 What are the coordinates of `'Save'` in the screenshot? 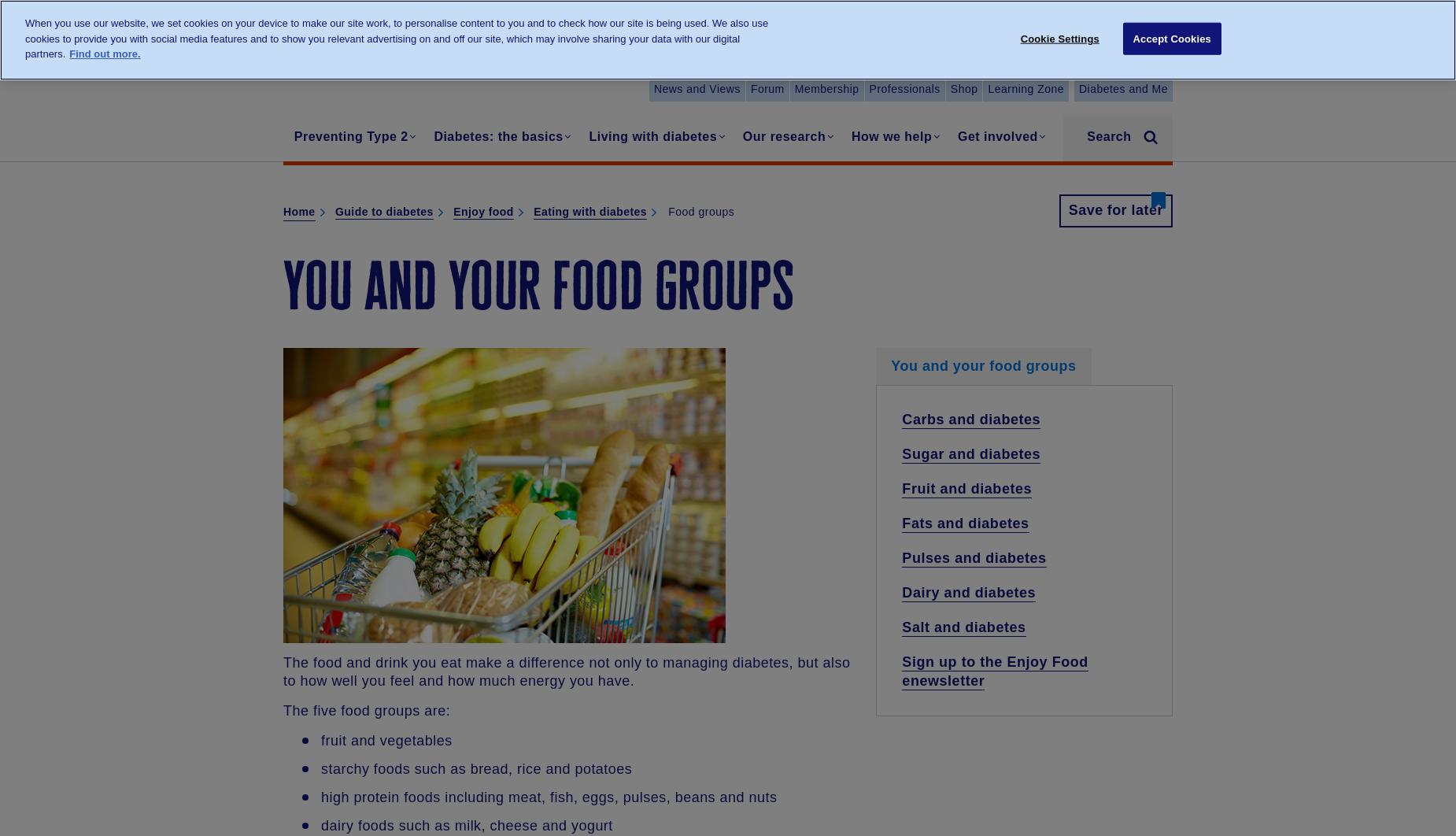 It's located at (1066, 209).